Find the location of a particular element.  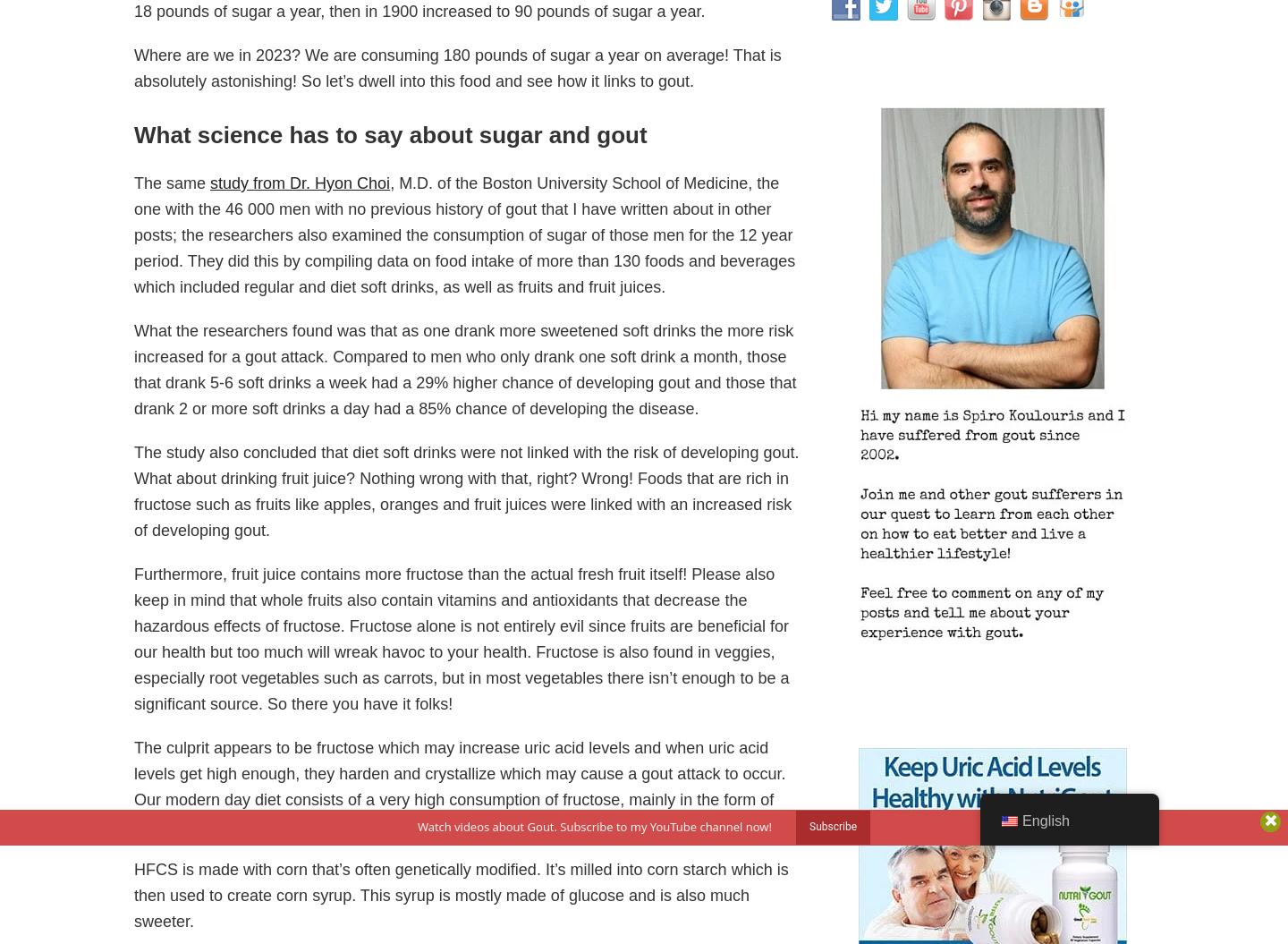

'HFCS is made with corn that’s often genetically modified. It’s milled into corn starch which is then used to create corn syrup. This syrup is mostly made of glucose and is also much sweeter.' is located at coordinates (460, 894).